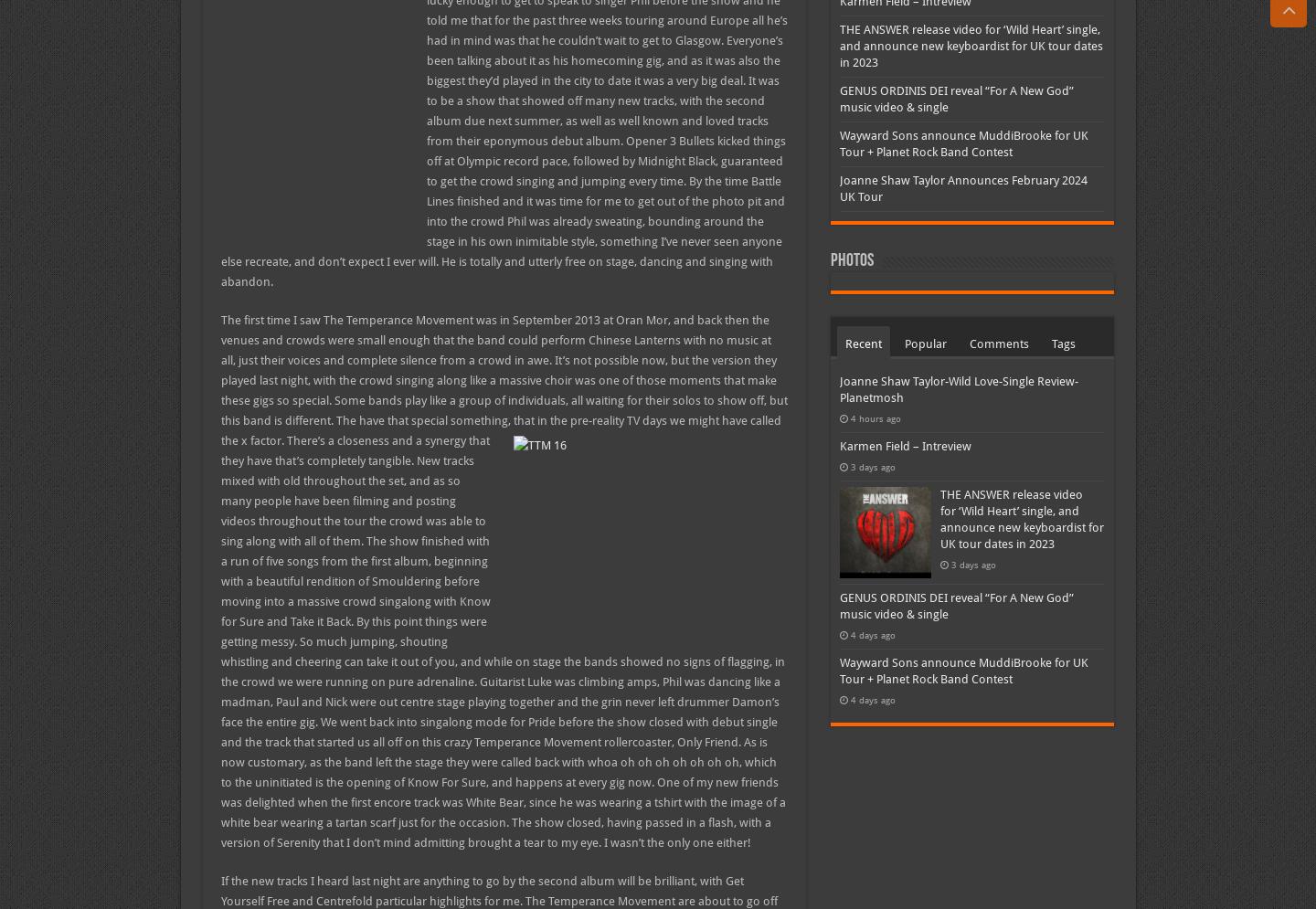 The height and width of the screenshot is (909, 1316). I want to click on 'Joanne Shaw Taylor-Wild Love-Single Review-Planetmosh', so click(958, 387).